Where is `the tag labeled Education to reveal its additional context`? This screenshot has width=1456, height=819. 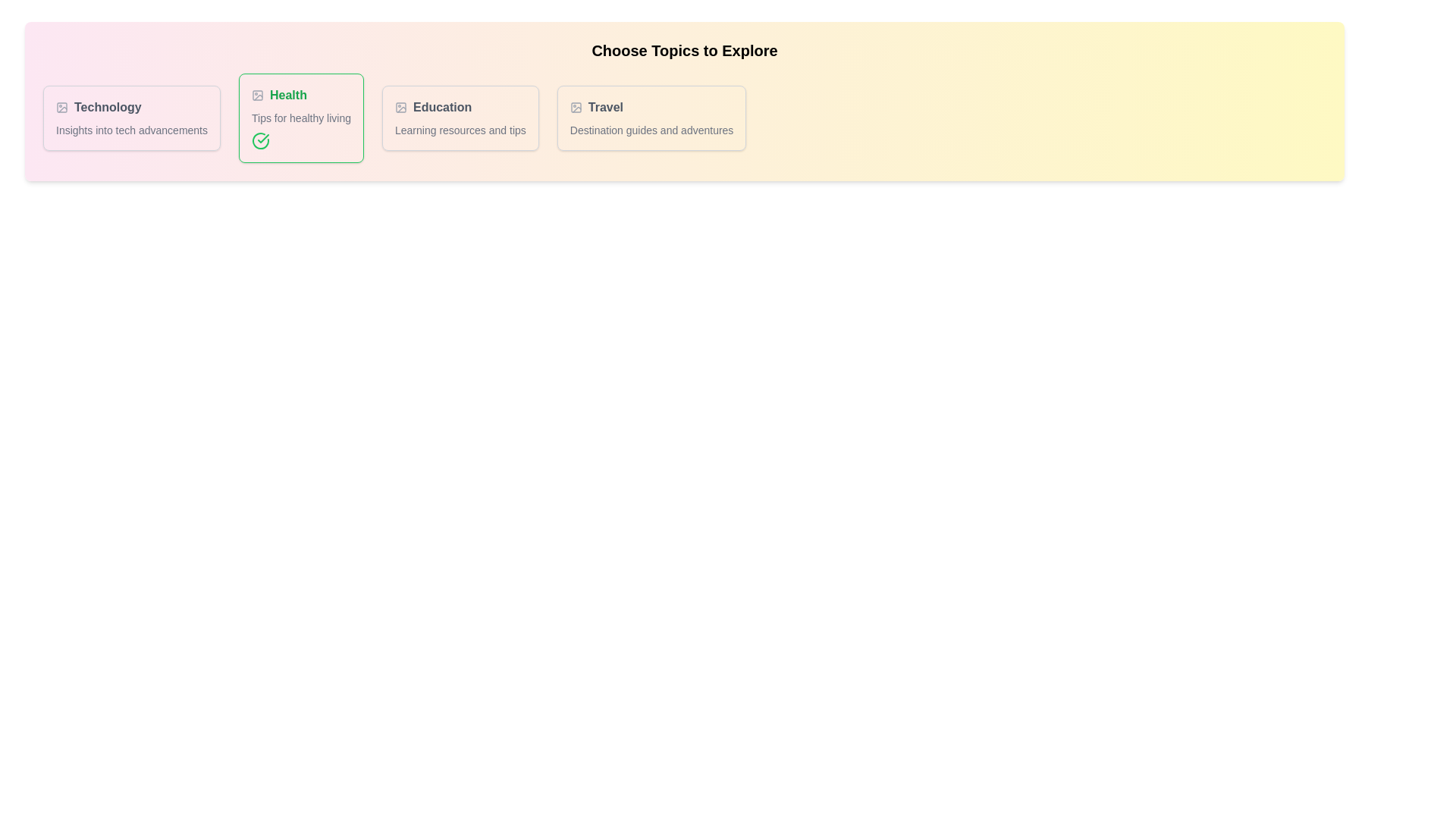
the tag labeled Education to reveal its additional context is located at coordinates (460, 107).